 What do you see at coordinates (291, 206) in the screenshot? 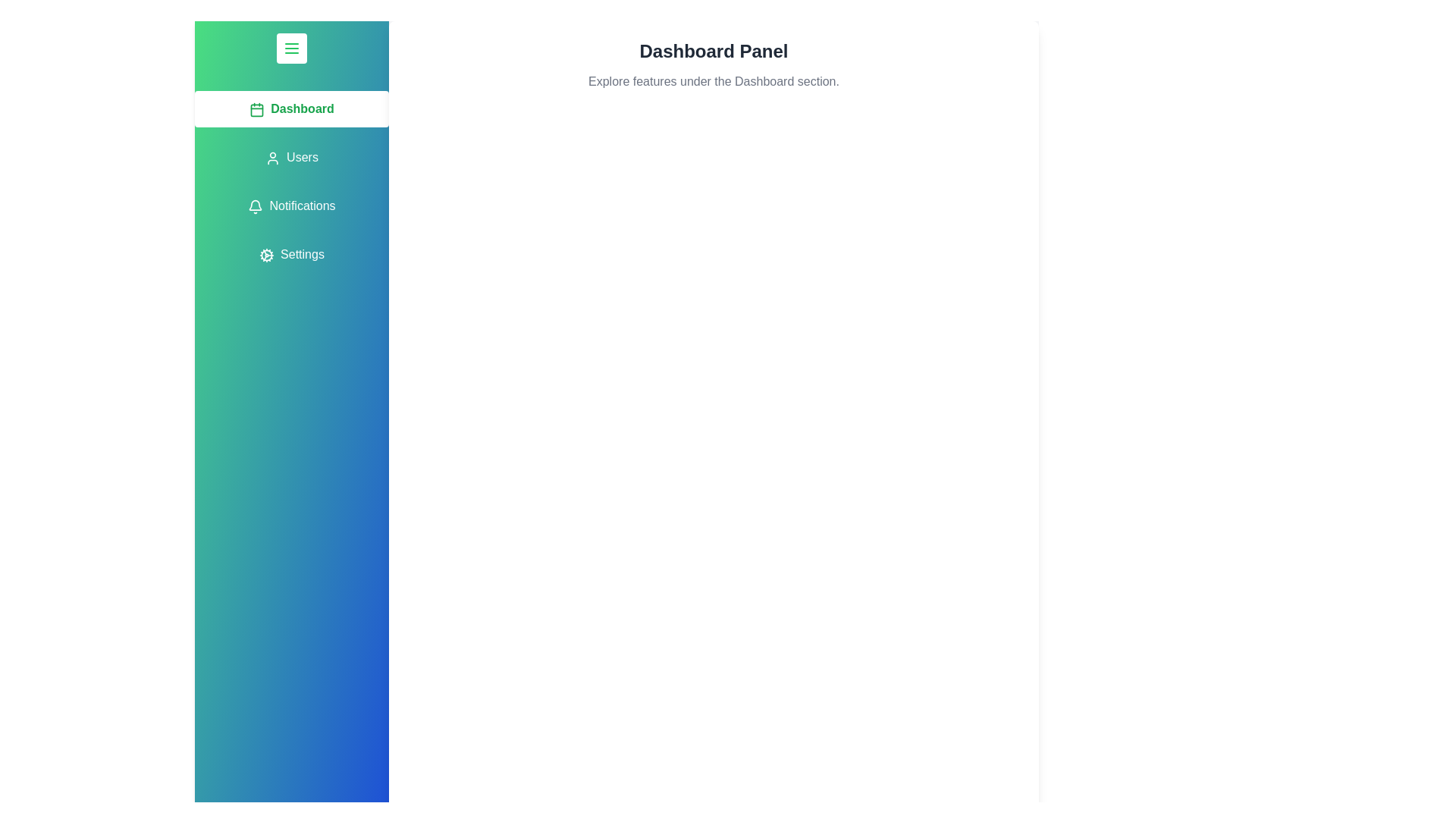
I see `the tab labeled Notifications to observe its hover effect` at bounding box center [291, 206].